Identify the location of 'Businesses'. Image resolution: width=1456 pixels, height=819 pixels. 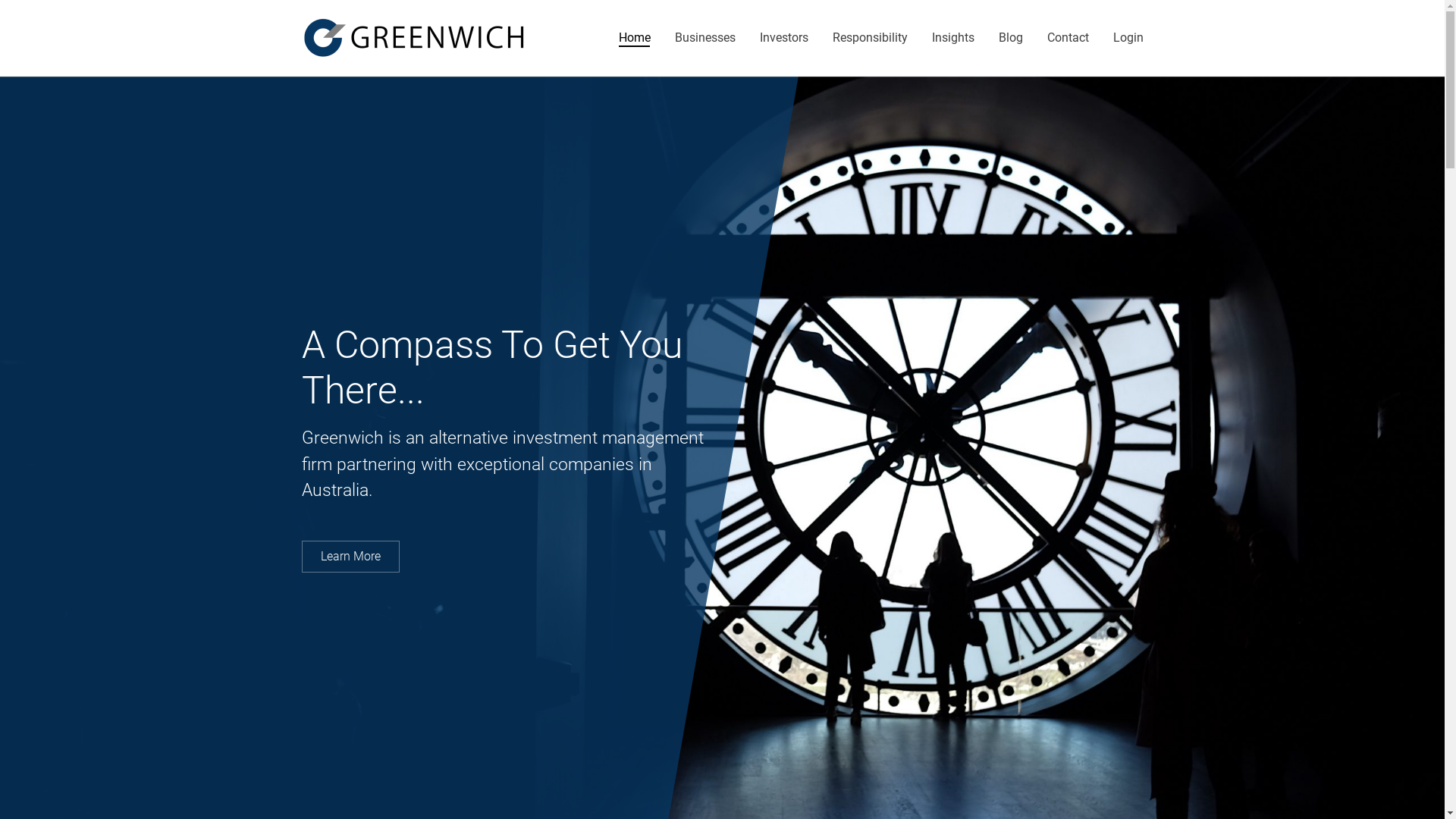
(704, 37).